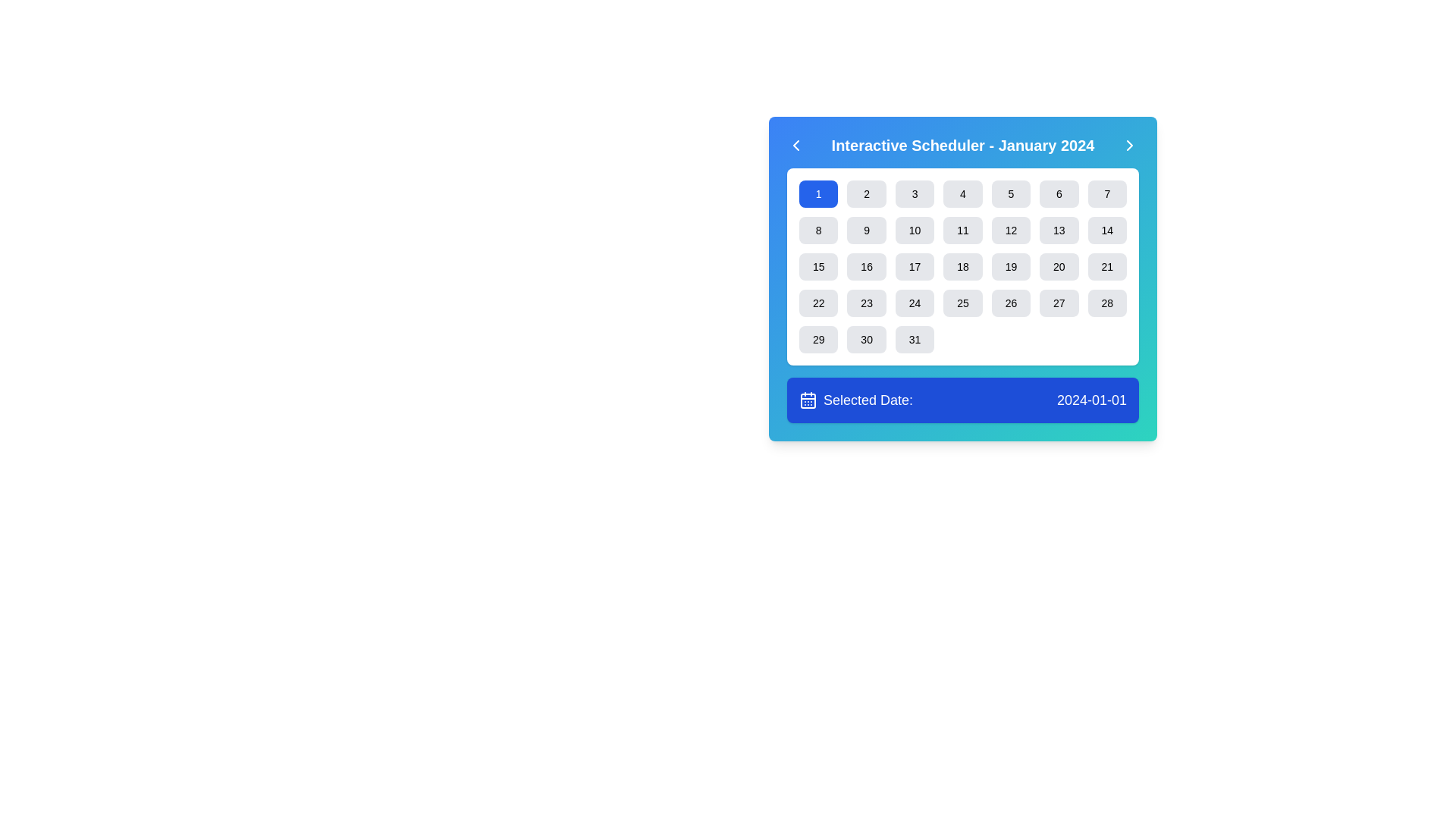 The width and height of the screenshot is (1456, 819). Describe the element at coordinates (817, 193) in the screenshot. I see `the button displaying the number '1' with a blue background` at that location.